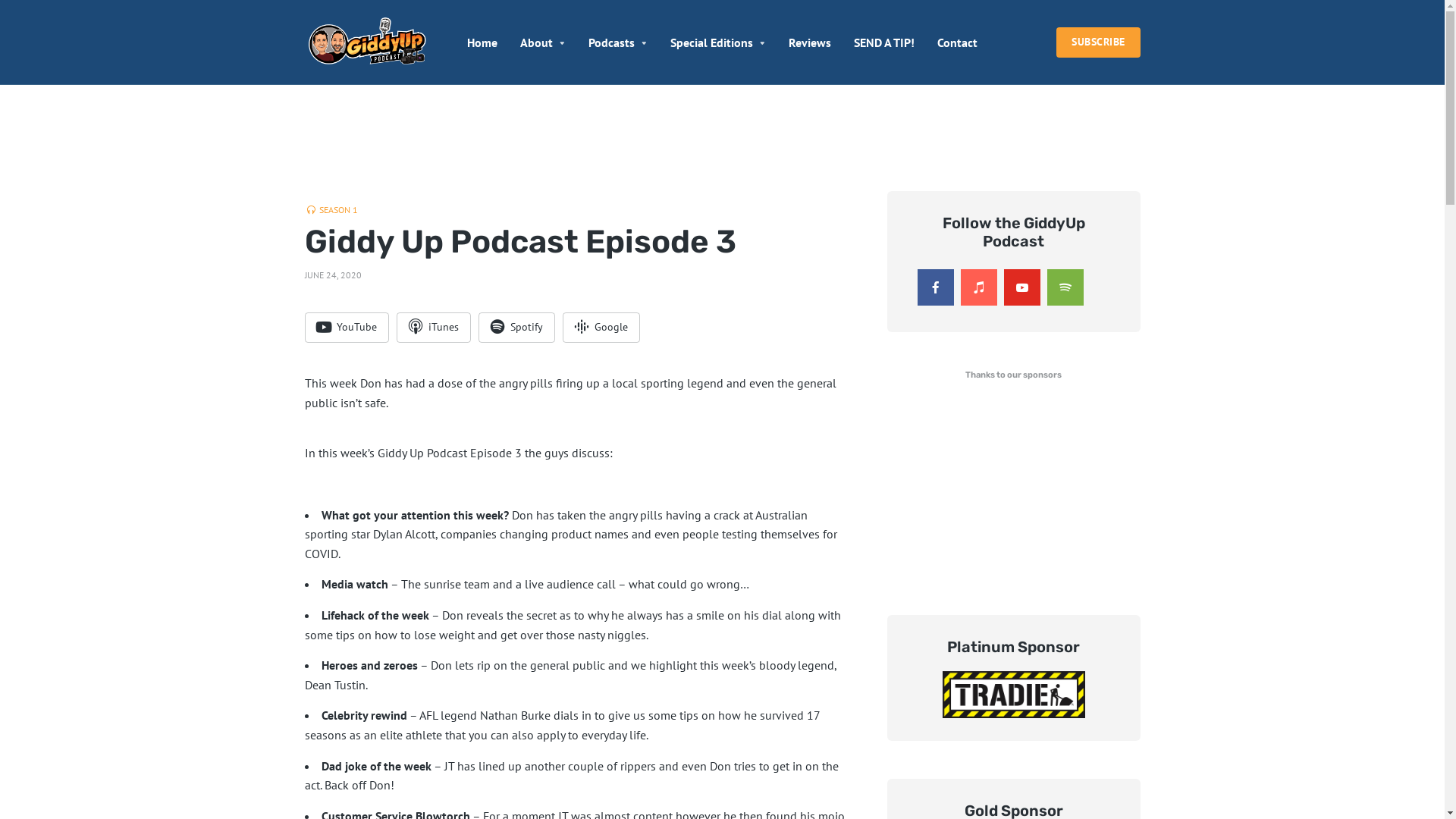 The height and width of the screenshot is (819, 1456). Describe the element at coordinates (482, 42) in the screenshot. I see `'Home'` at that location.